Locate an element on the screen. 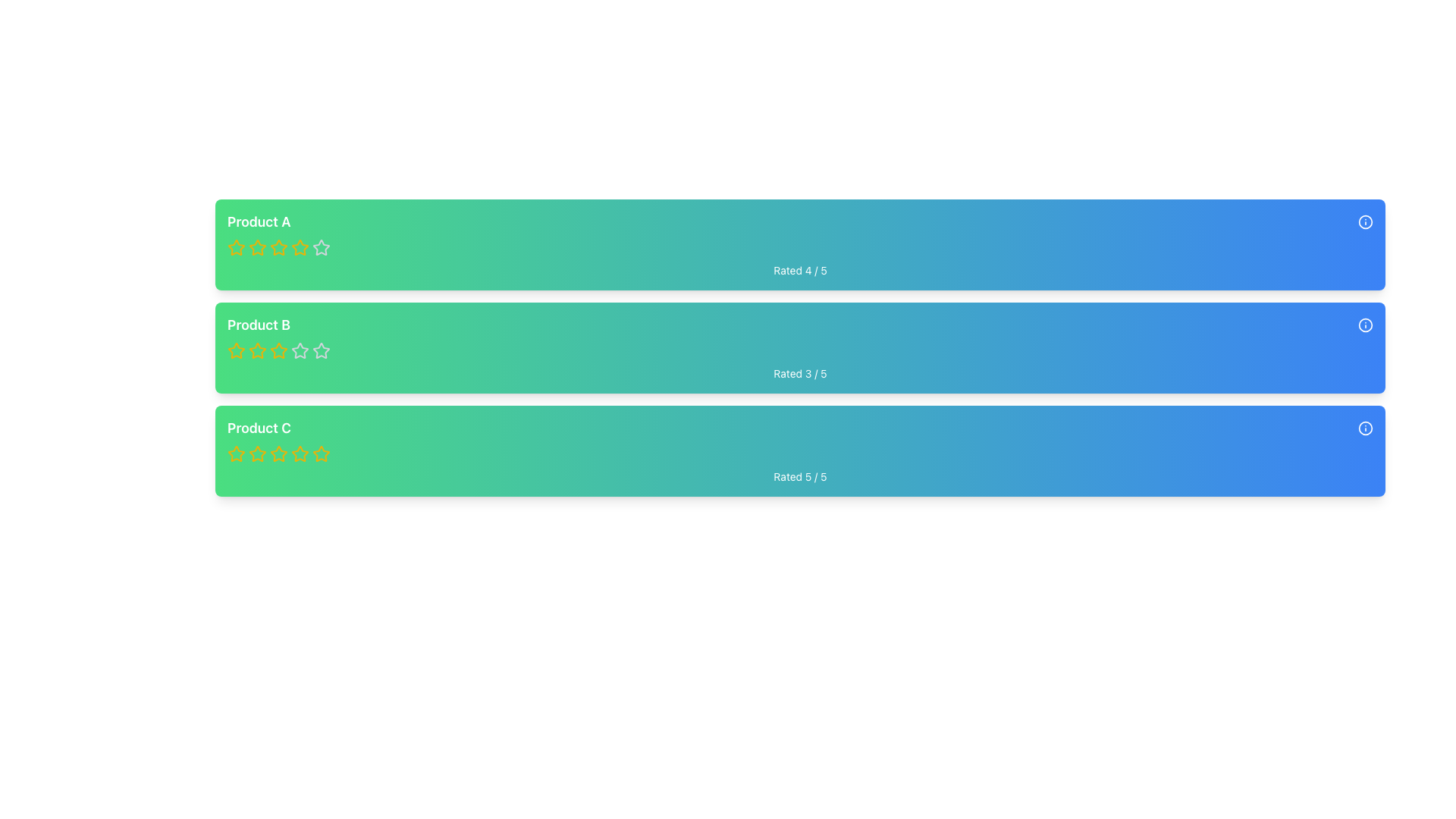 This screenshot has height=819, width=1456. the fifth star from the left in the row of stars for 'Product A' is located at coordinates (279, 247).